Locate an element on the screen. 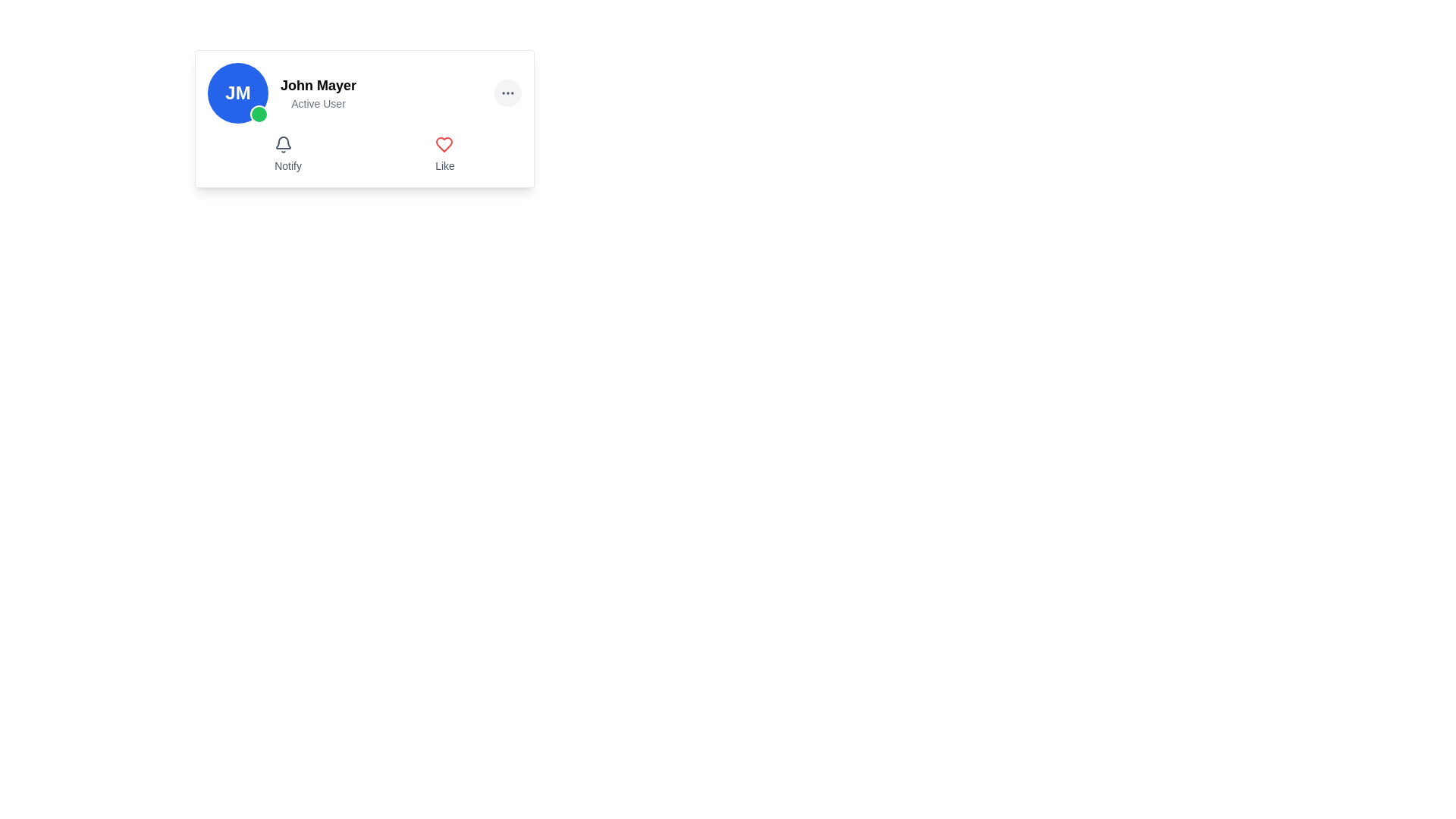  the text label displaying 'John Mayer', which is part of the user profile section and is positioned above the smaller text 'Active User' is located at coordinates (318, 85).